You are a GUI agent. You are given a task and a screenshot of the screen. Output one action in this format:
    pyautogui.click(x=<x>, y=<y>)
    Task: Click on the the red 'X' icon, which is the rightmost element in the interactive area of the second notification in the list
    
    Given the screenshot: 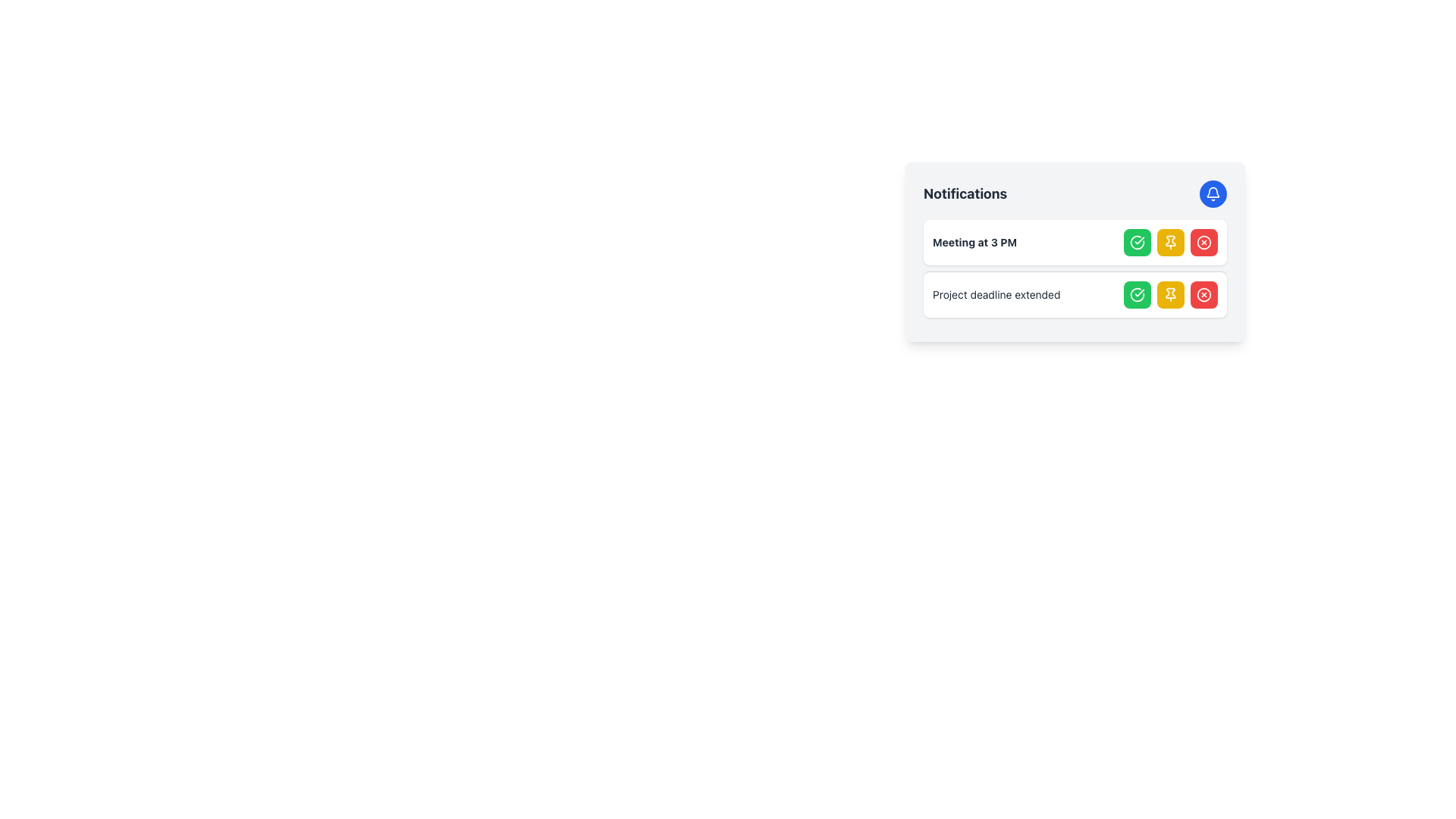 What is the action you would take?
    pyautogui.click(x=1203, y=242)
    